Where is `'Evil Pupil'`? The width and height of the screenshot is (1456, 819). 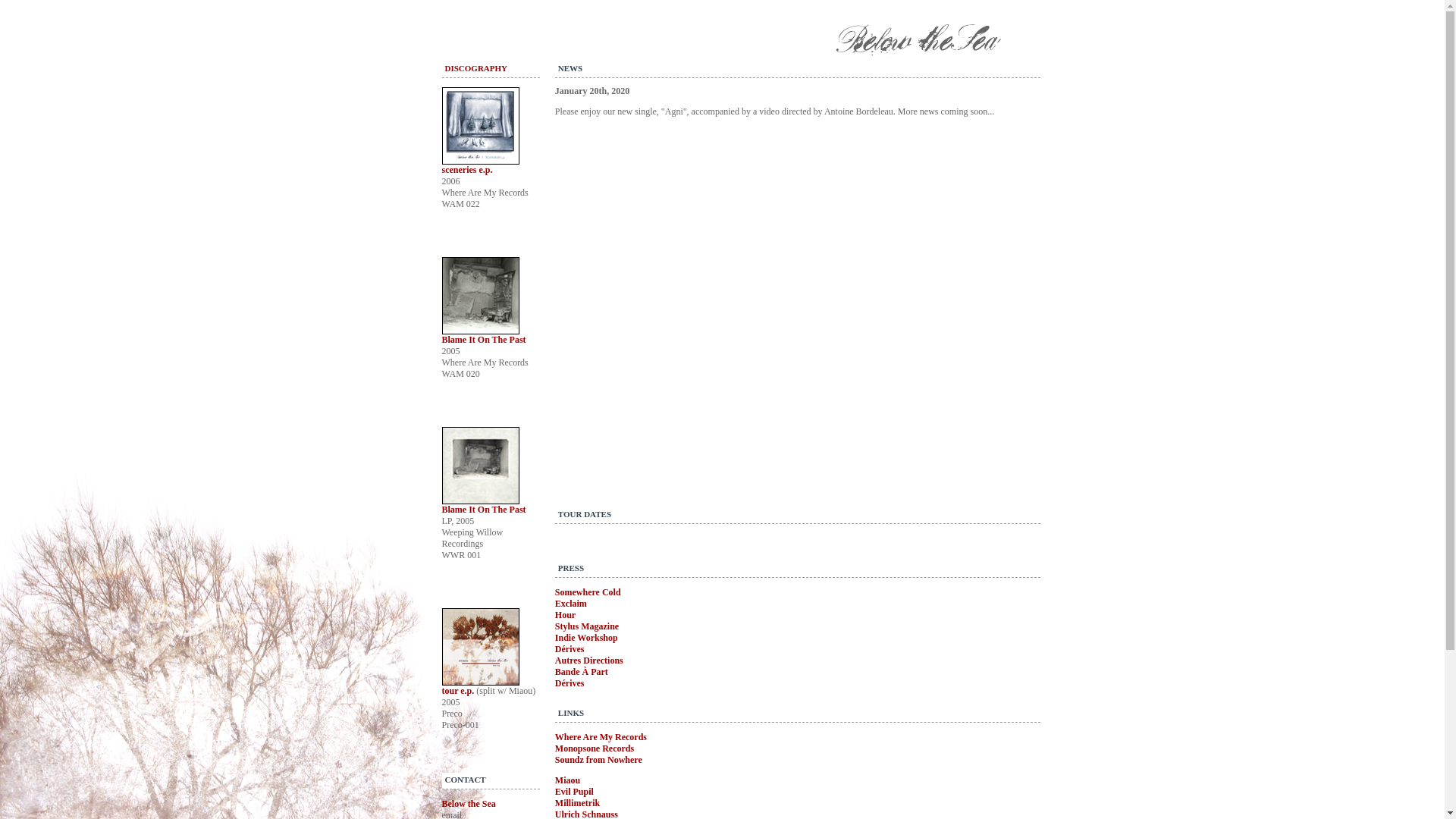
'Evil Pupil' is located at coordinates (573, 791).